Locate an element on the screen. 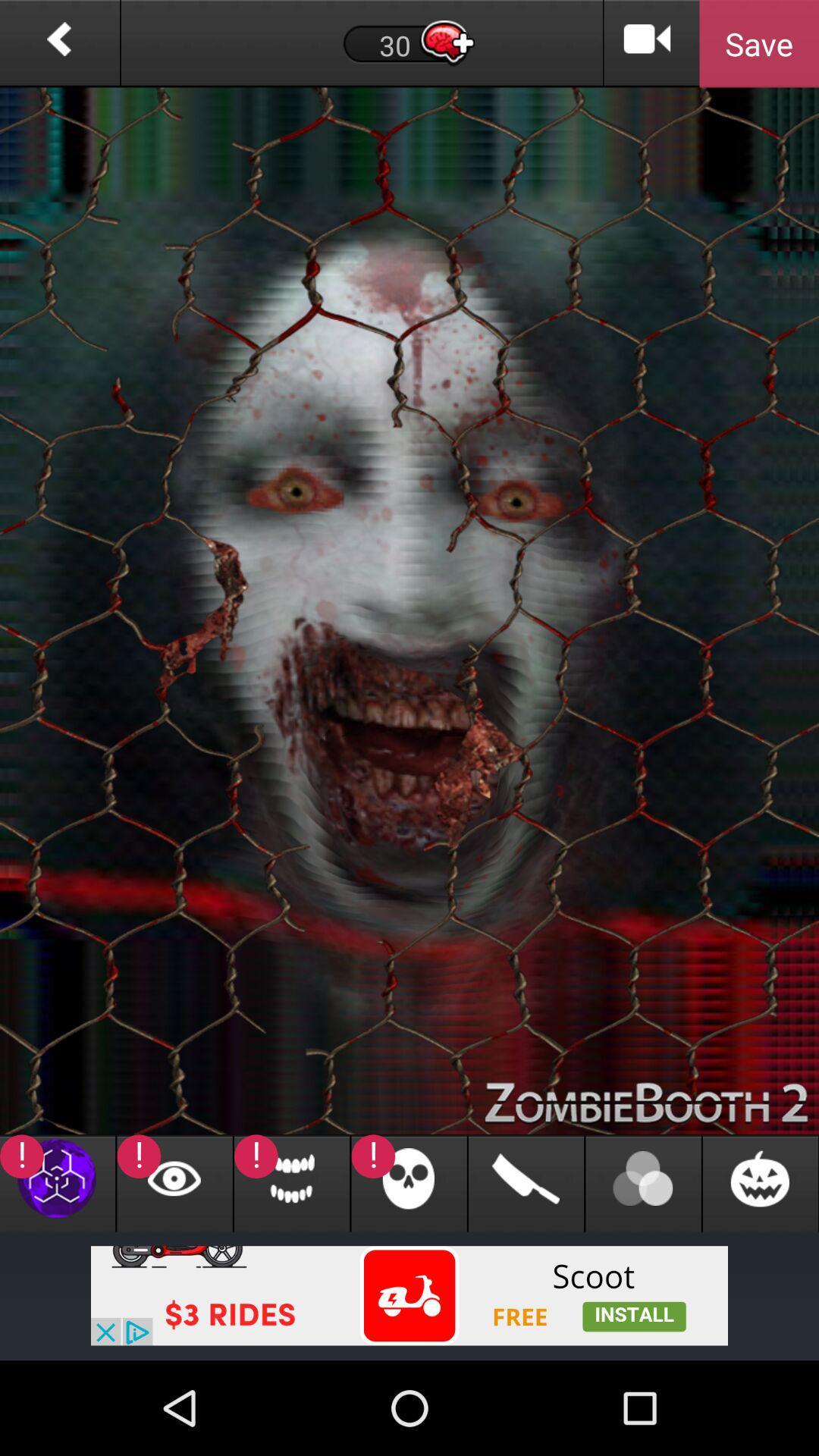 Image resolution: width=819 pixels, height=1456 pixels. previous page is located at coordinates (58, 43).